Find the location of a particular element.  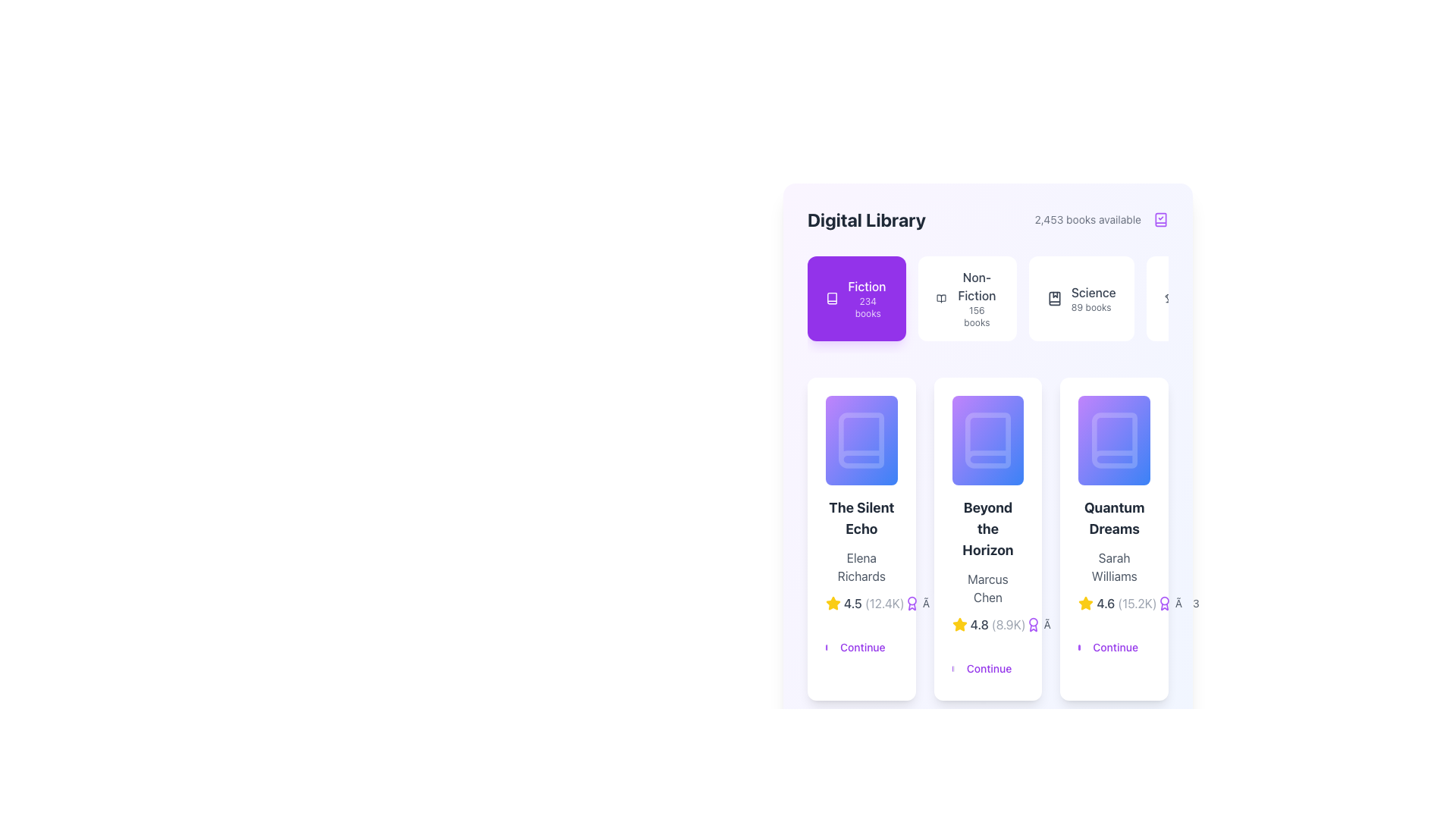

the text label displaying '89 books', which is located directly below the word 'Science' in a vertical layout is located at coordinates (1090, 307).